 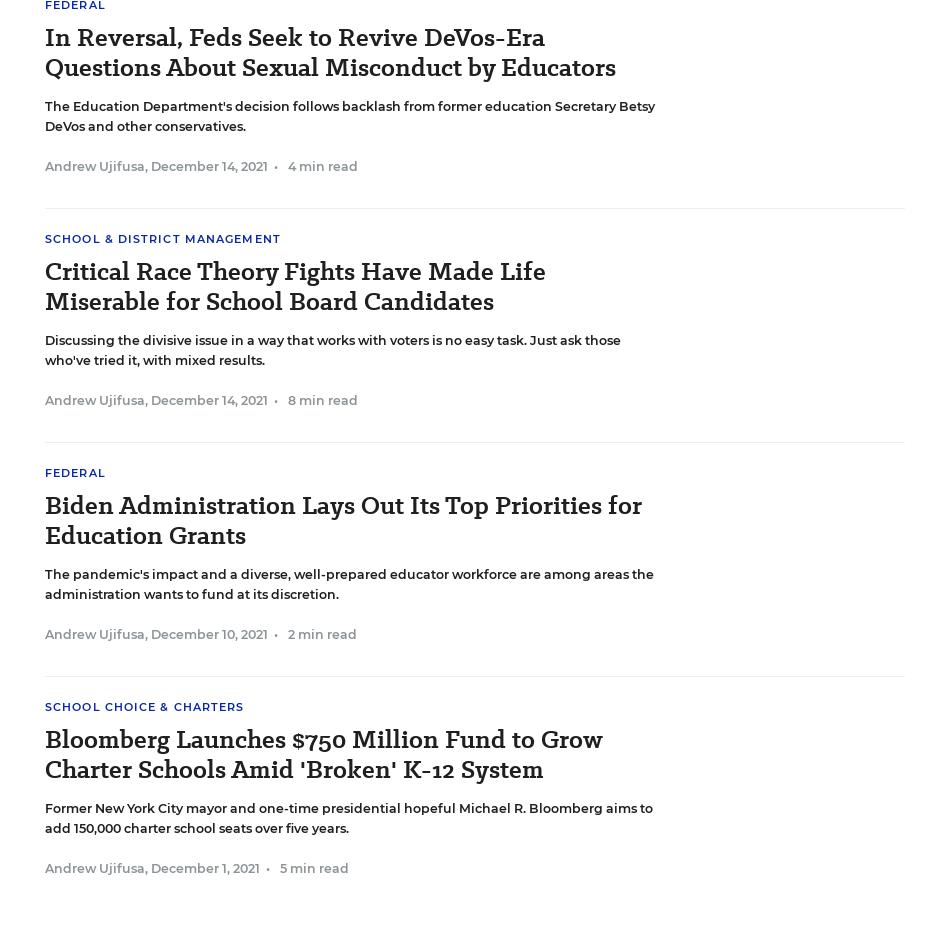 What do you see at coordinates (162, 238) in the screenshot?
I see `'School & District Management'` at bounding box center [162, 238].